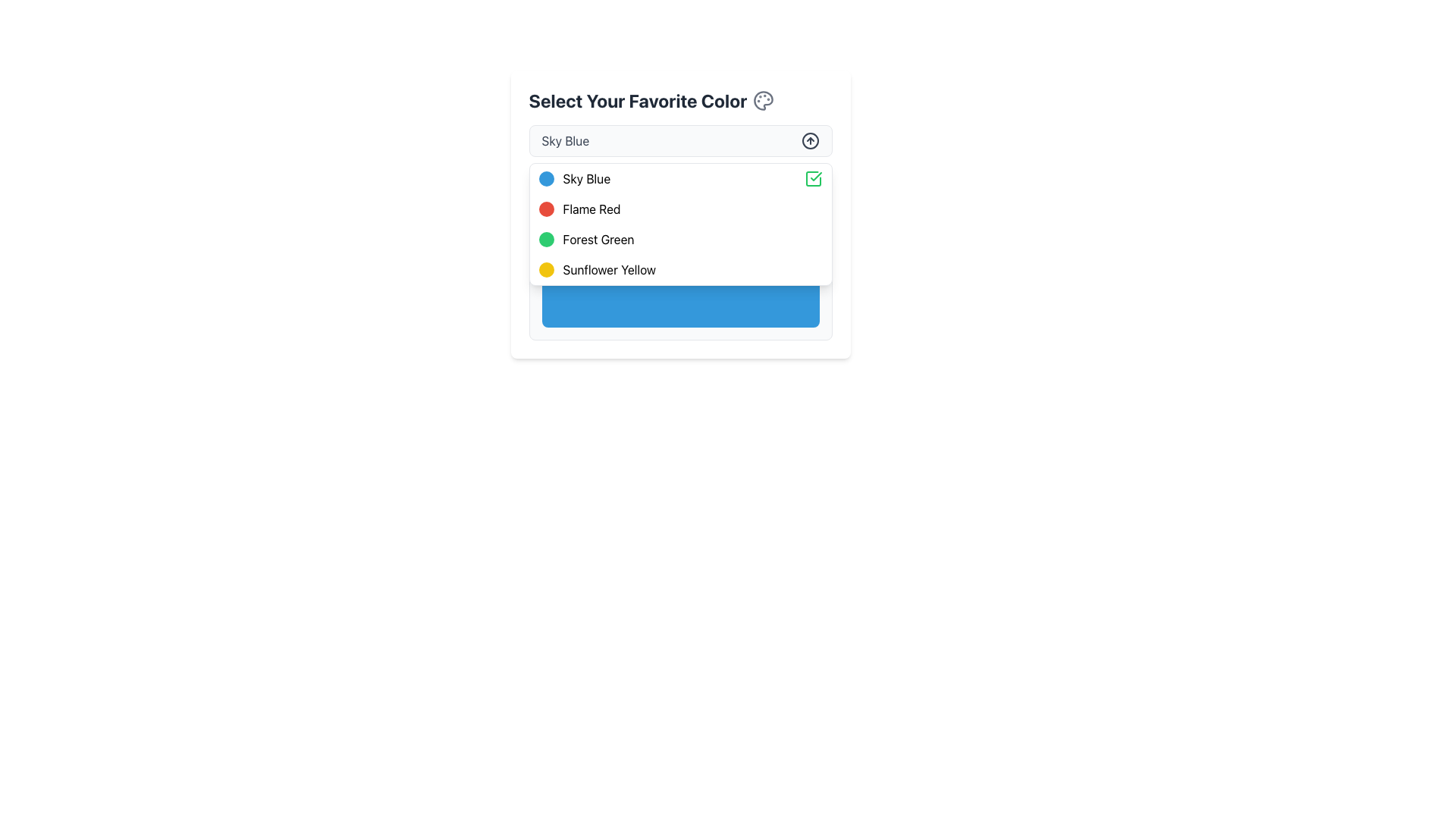 This screenshot has width=1456, height=819. I want to click on the menu item labeled 'Sky Blue' which is the first item in the dropdown menu under 'Select Your Favorite Color', so click(679, 177).